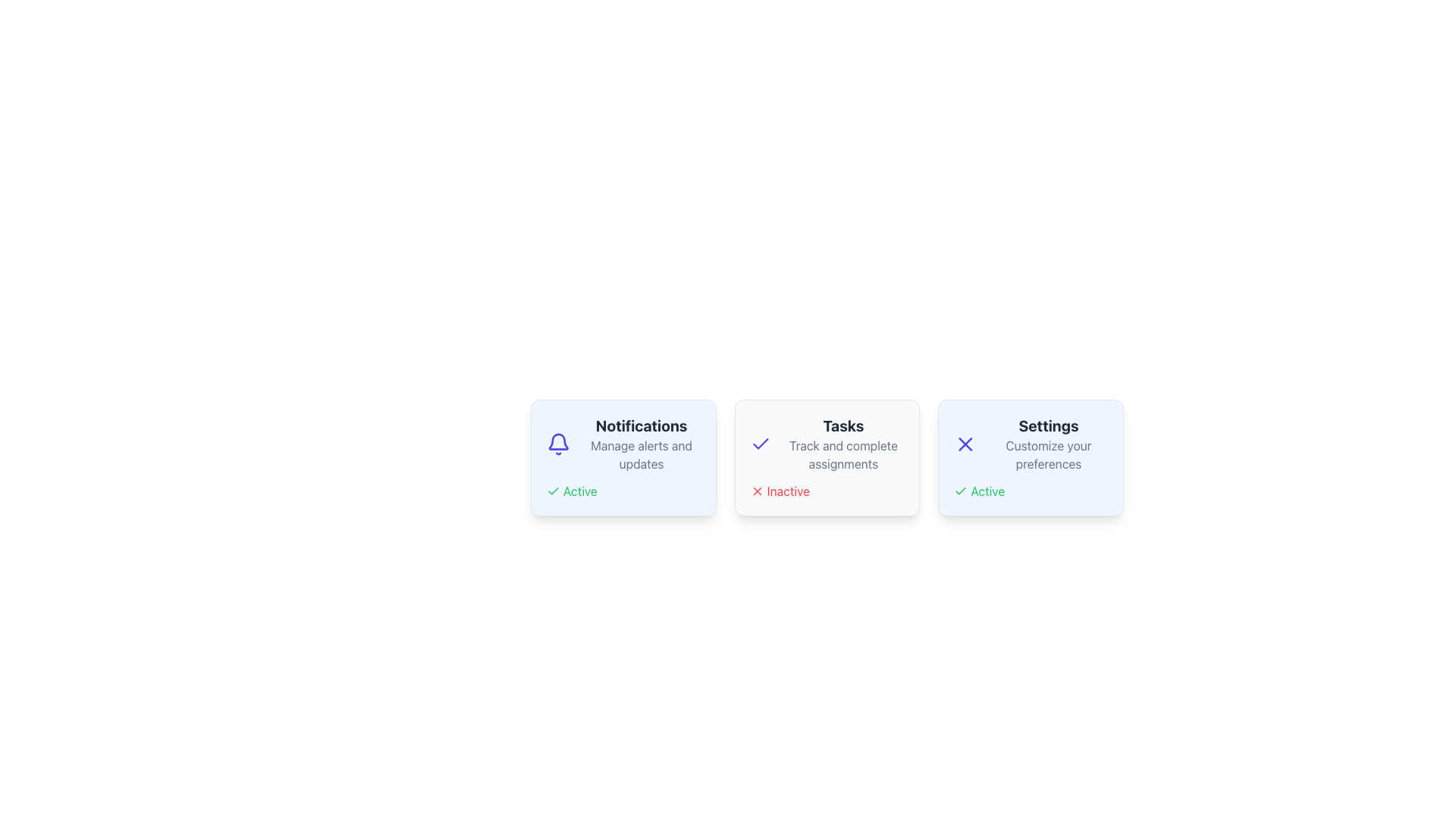 This screenshot has height=819, width=1456. Describe the element at coordinates (761, 444) in the screenshot. I see `the visual state of the checkmark icon indicating task status, located to the left within the 'Tasks' card` at that location.